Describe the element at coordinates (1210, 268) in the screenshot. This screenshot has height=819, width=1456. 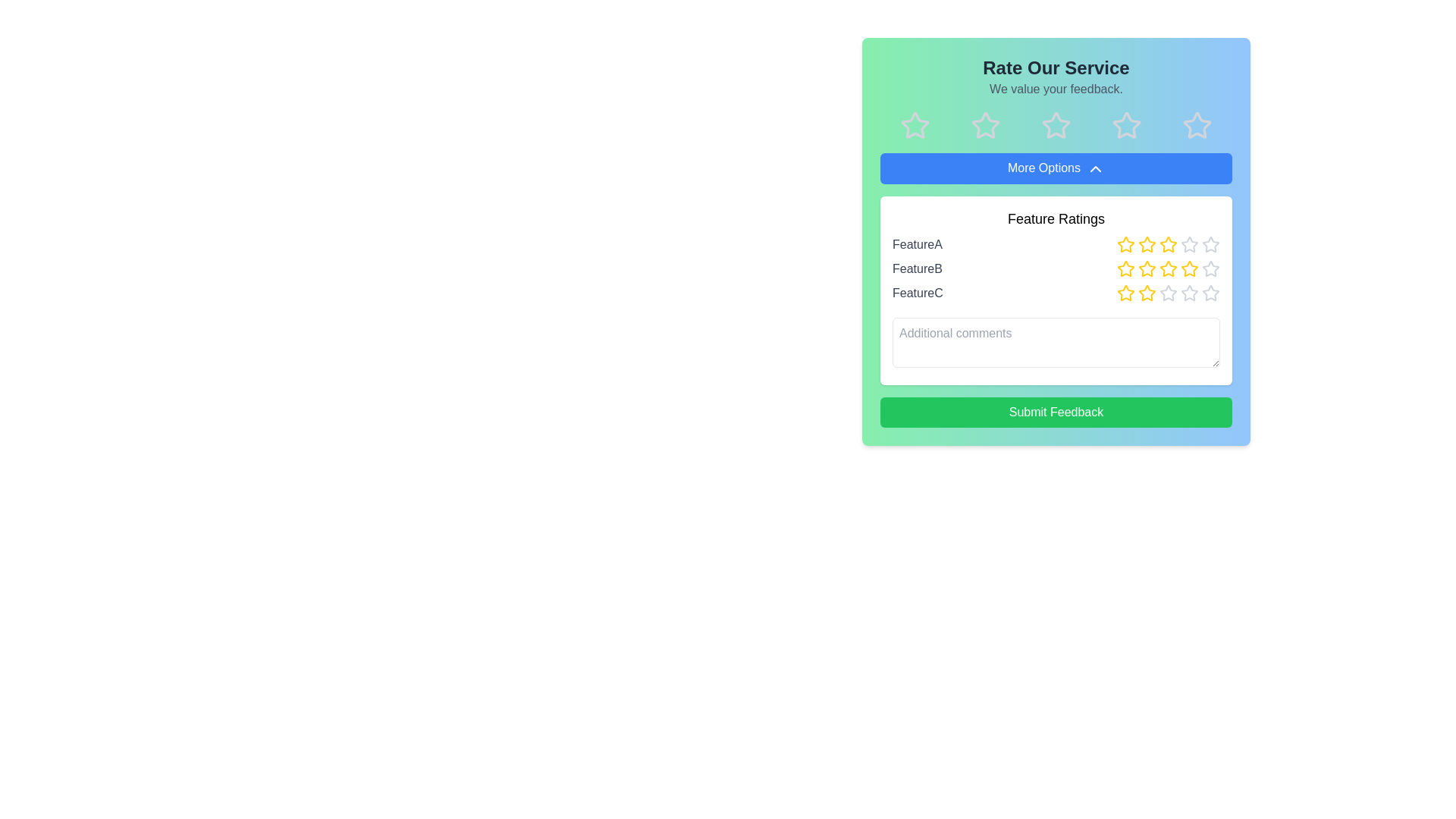
I see `the fifth rating star icon used for rating 'FeatureB'` at that location.